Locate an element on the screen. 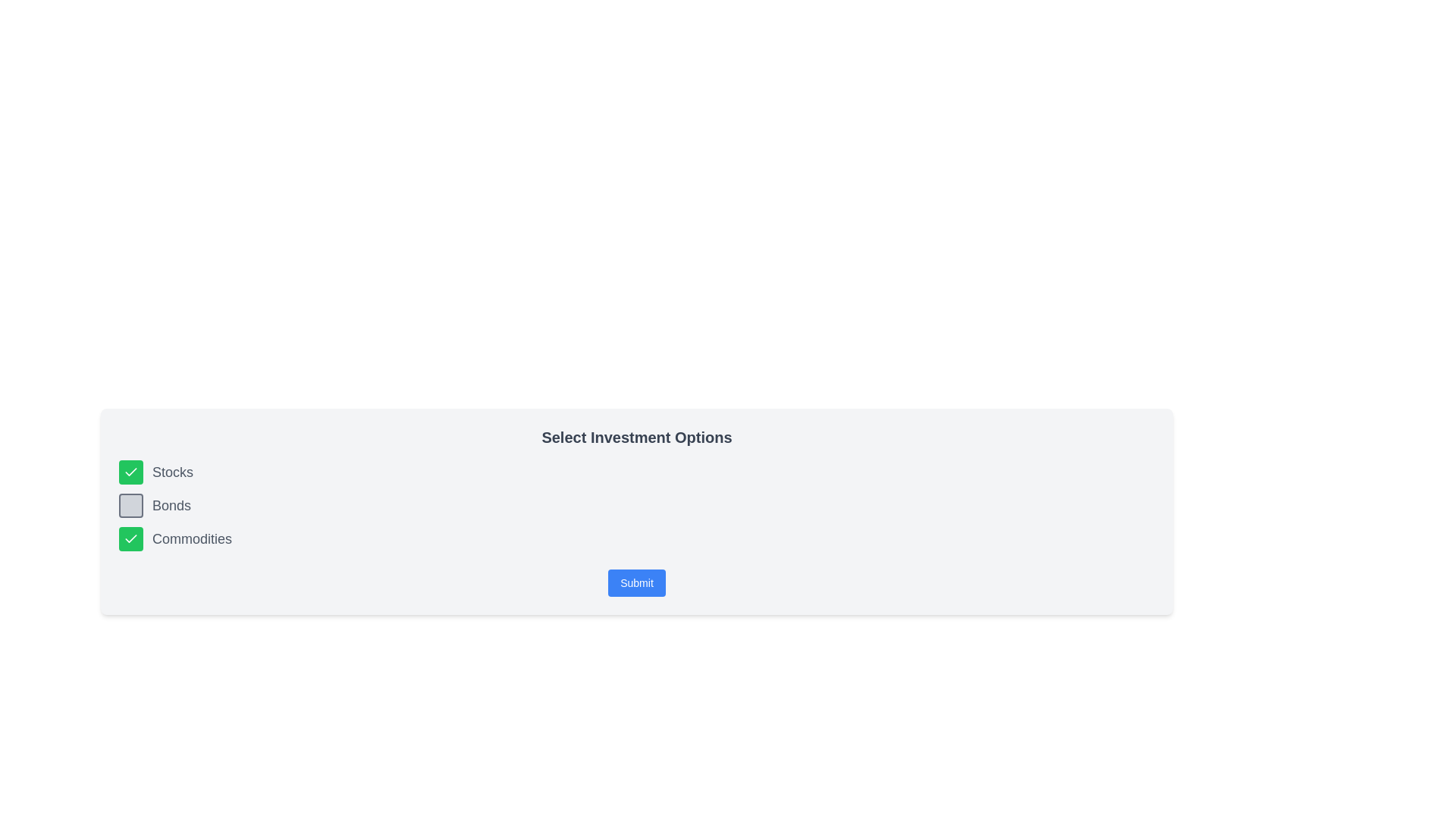  the checkmark icon inside the green box associated with the 'Commodities' label to use the surrounding checkbox functionality is located at coordinates (130, 537).